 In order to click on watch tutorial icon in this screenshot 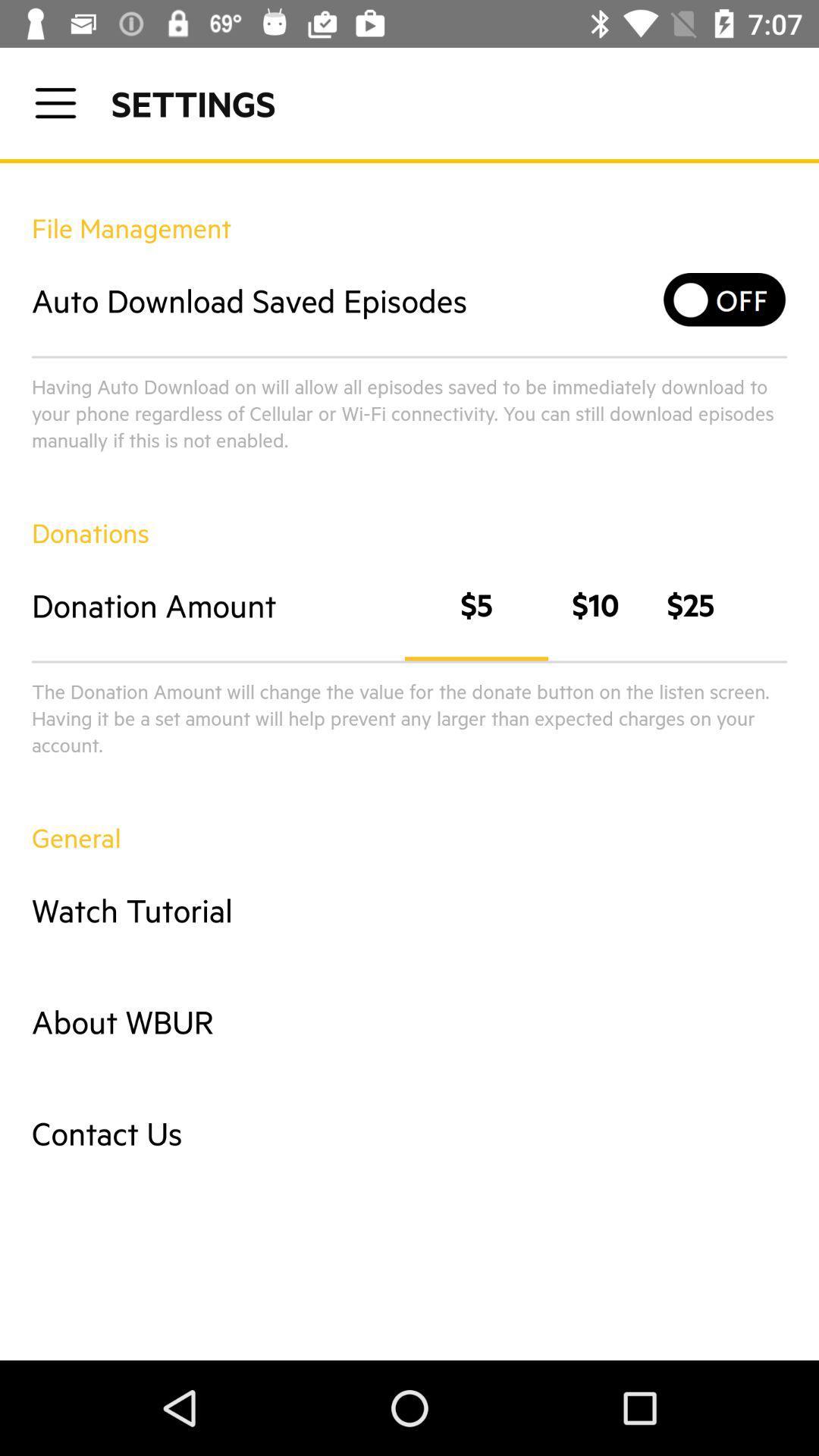, I will do `click(409, 910)`.